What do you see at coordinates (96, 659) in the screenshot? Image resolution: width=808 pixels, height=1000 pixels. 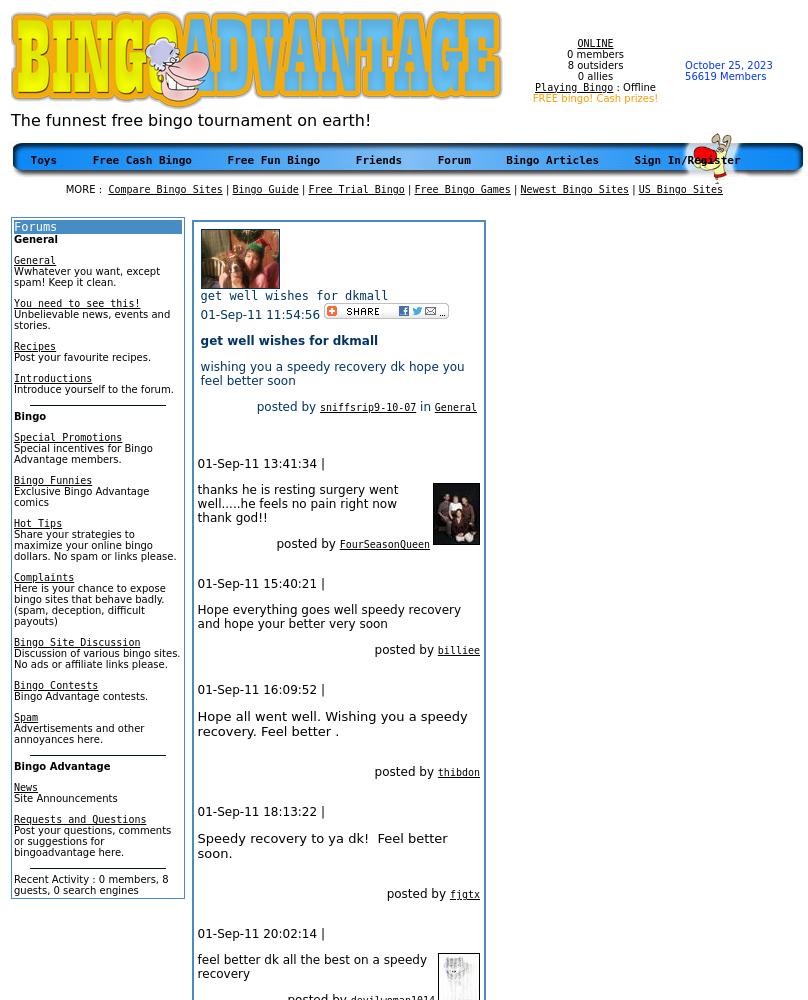 I see `'Discussion of various bingo sites.
No ads or affiliate links please.'` at bounding box center [96, 659].